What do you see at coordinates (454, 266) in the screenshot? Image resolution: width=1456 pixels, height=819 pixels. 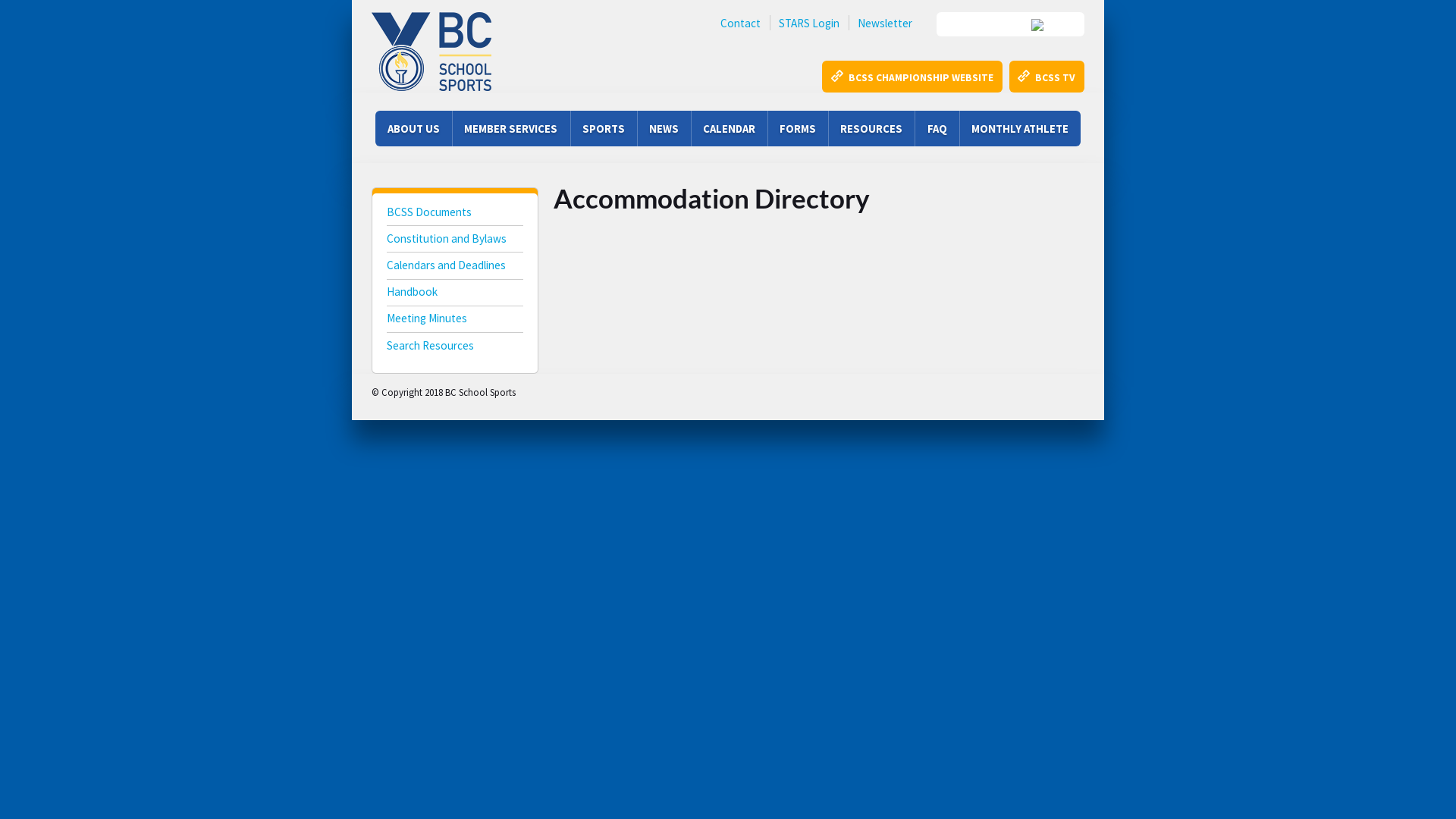 I see `'Calendars and Deadlines'` at bounding box center [454, 266].